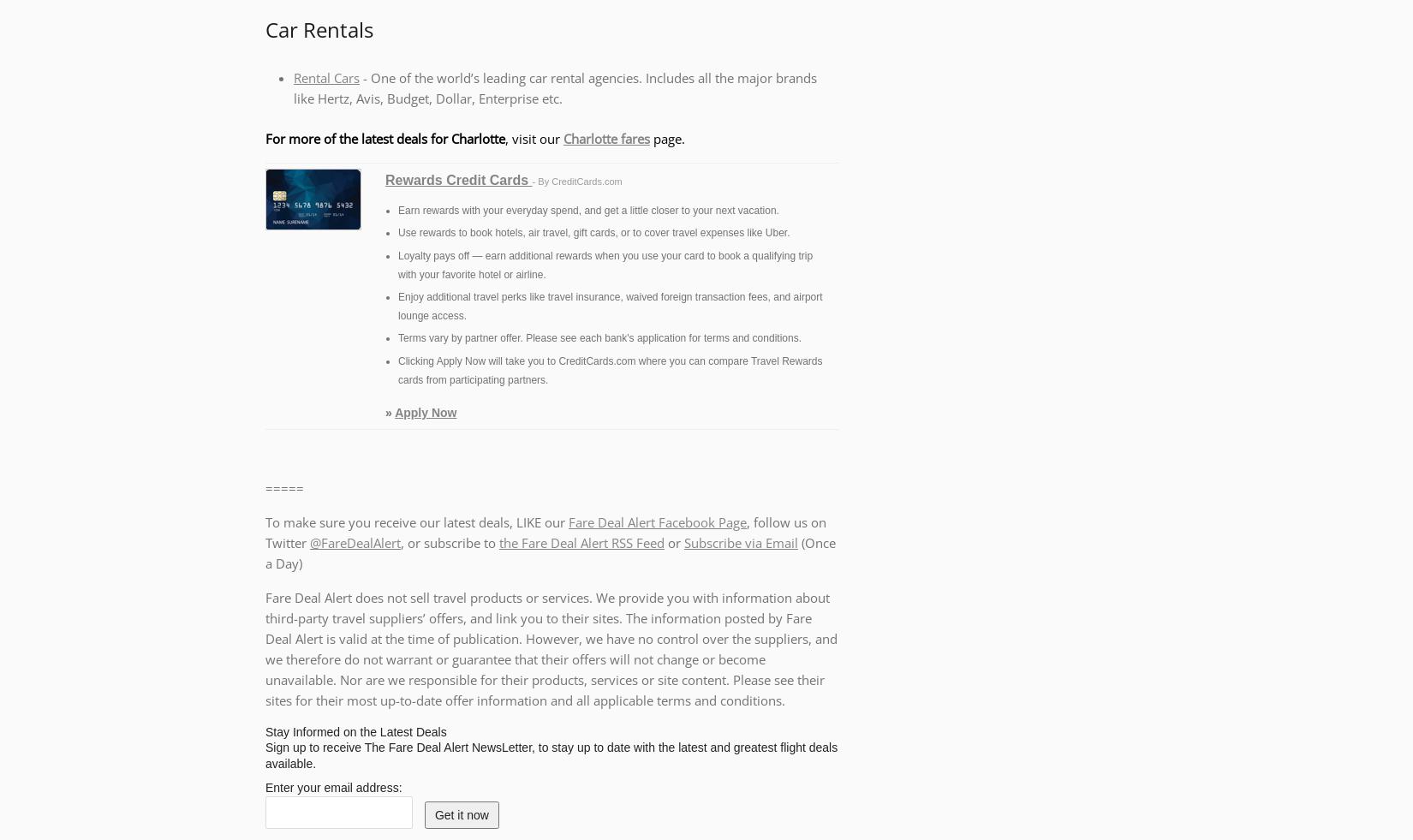 Image resolution: width=1413 pixels, height=840 pixels. Describe the element at coordinates (605, 136) in the screenshot. I see `'Charlotte fares'` at that location.